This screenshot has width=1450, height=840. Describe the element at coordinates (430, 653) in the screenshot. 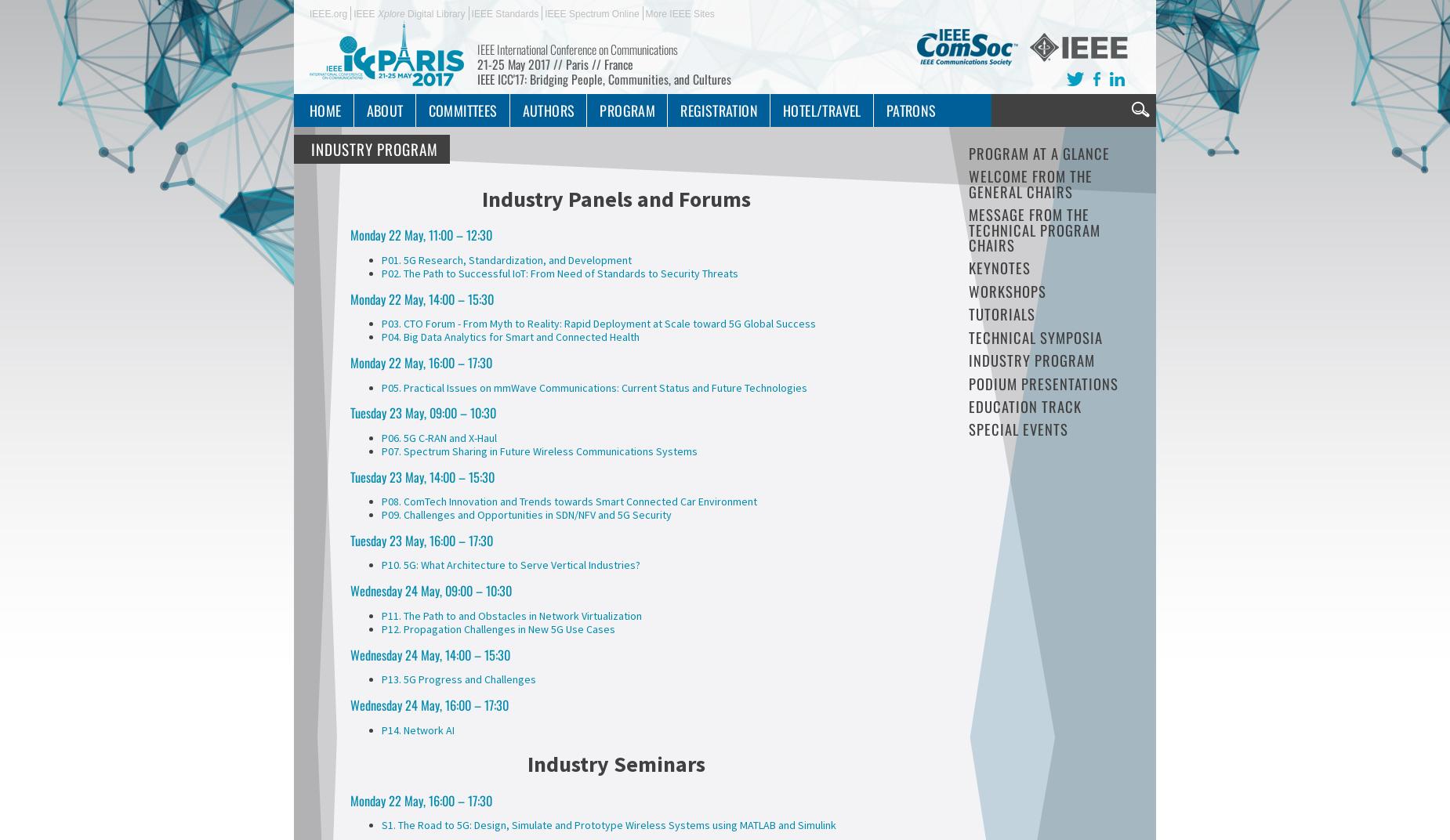

I see `'Wednesday 24 May, 14:00 – 15:30'` at that location.